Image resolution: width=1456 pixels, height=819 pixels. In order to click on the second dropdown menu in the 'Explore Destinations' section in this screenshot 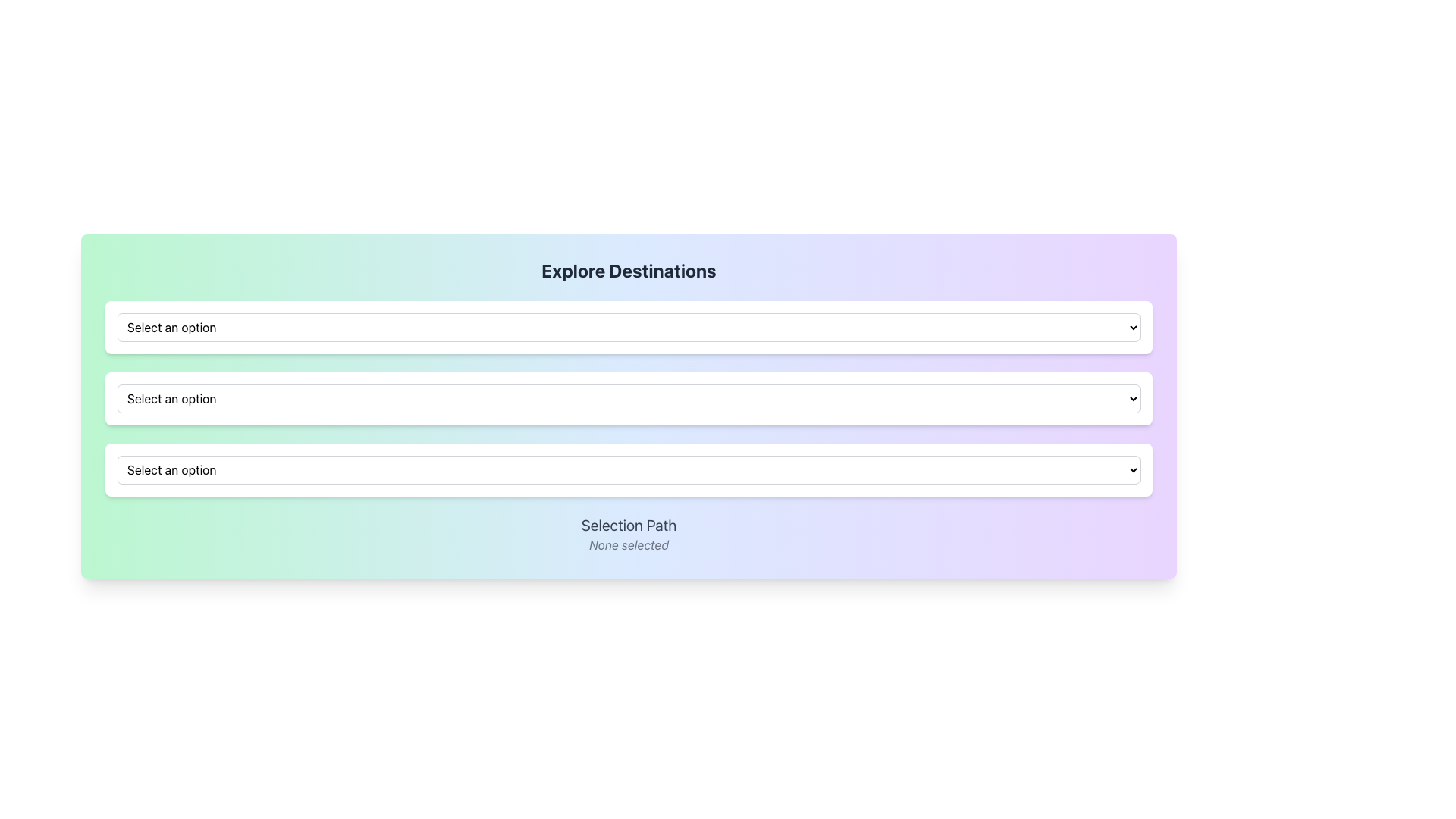, I will do `click(629, 397)`.